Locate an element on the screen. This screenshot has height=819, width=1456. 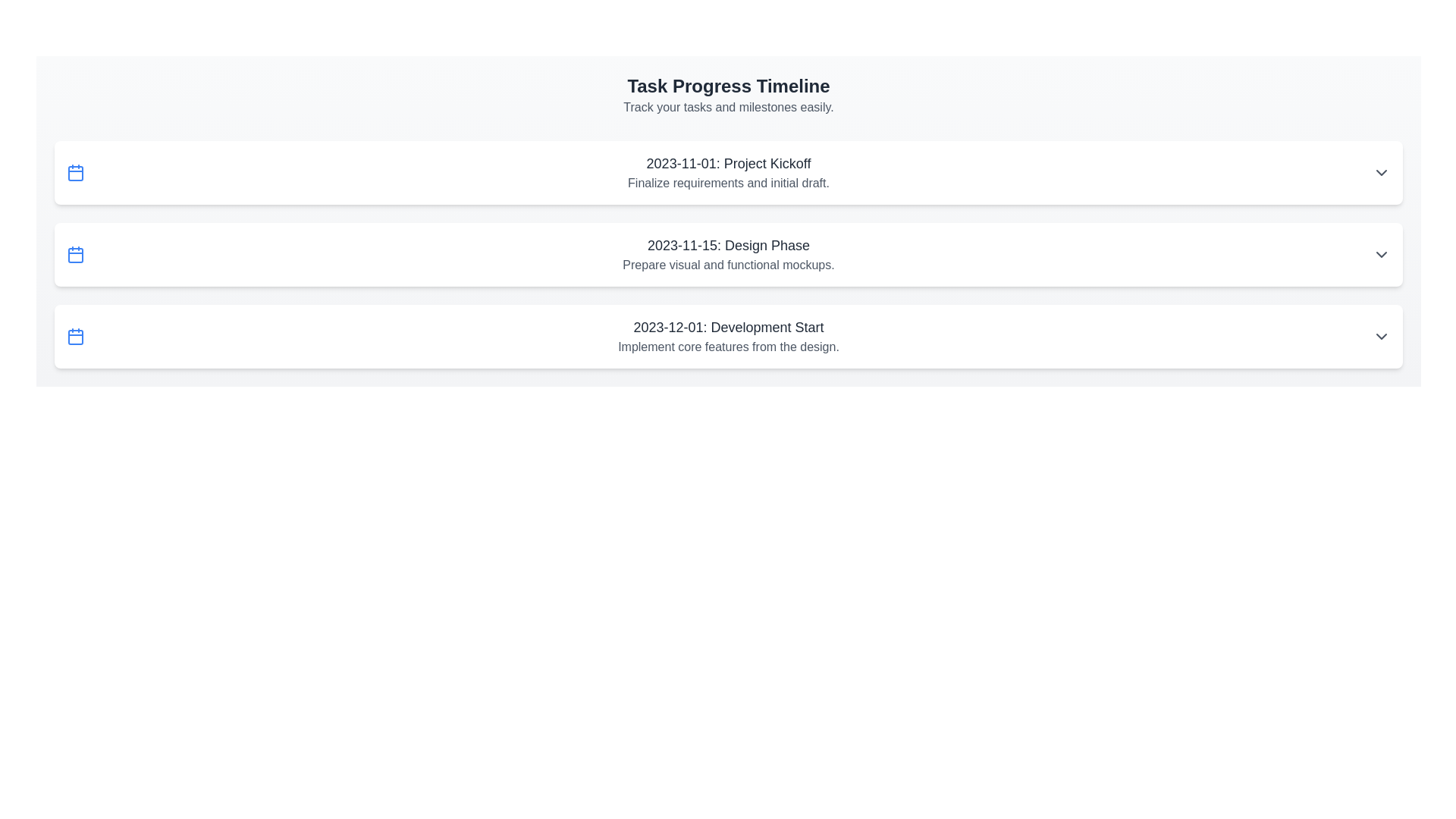
the toggle IconButton located at the far right of the entry labeled '2023-12-01: Development Start' is located at coordinates (1382, 335).